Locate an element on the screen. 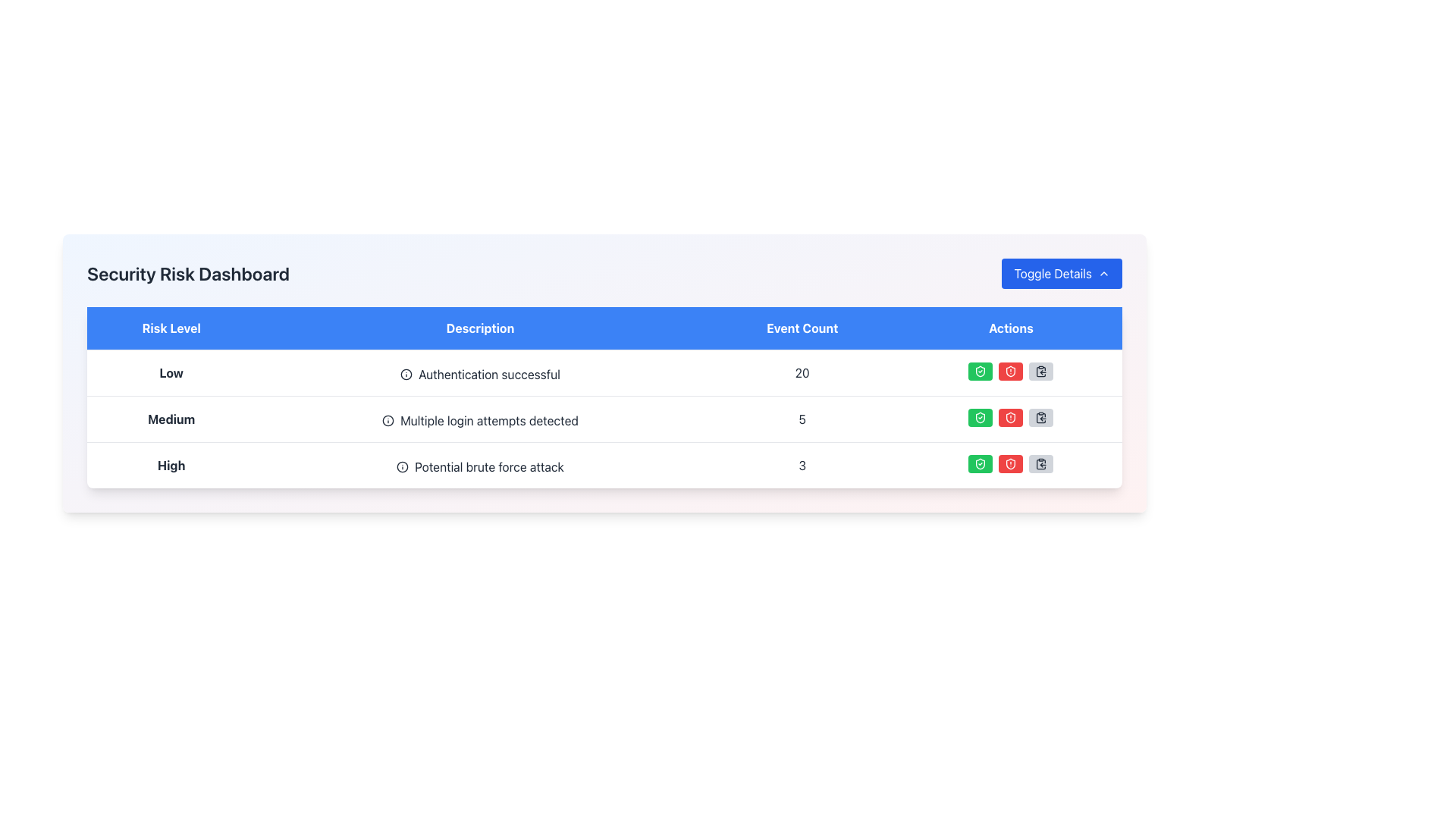 The height and width of the screenshot is (819, 1456). the stylized green shield icon with a tick inside, located in the 'Actions' column of the 'Risk Level' table row labeled 'High' is located at coordinates (981, 463).